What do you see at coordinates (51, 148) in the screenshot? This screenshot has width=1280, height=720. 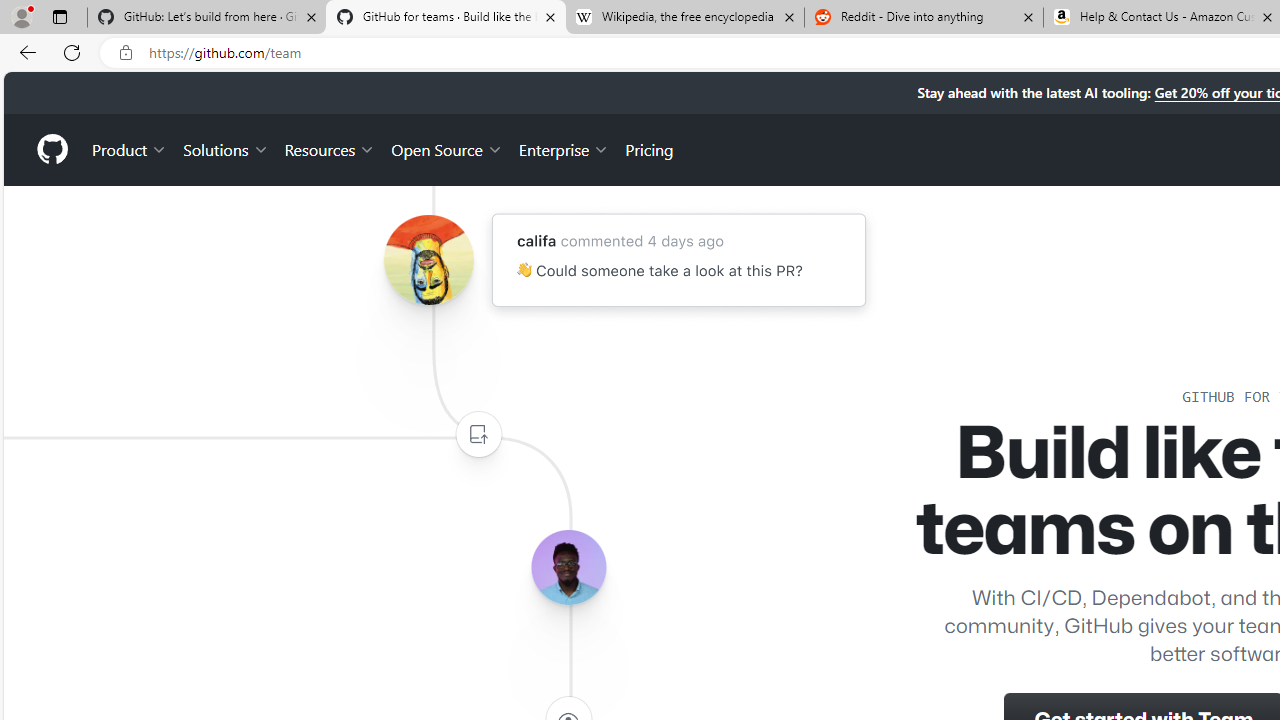 I see `'Homepage'` at bounding box center [51, 148].